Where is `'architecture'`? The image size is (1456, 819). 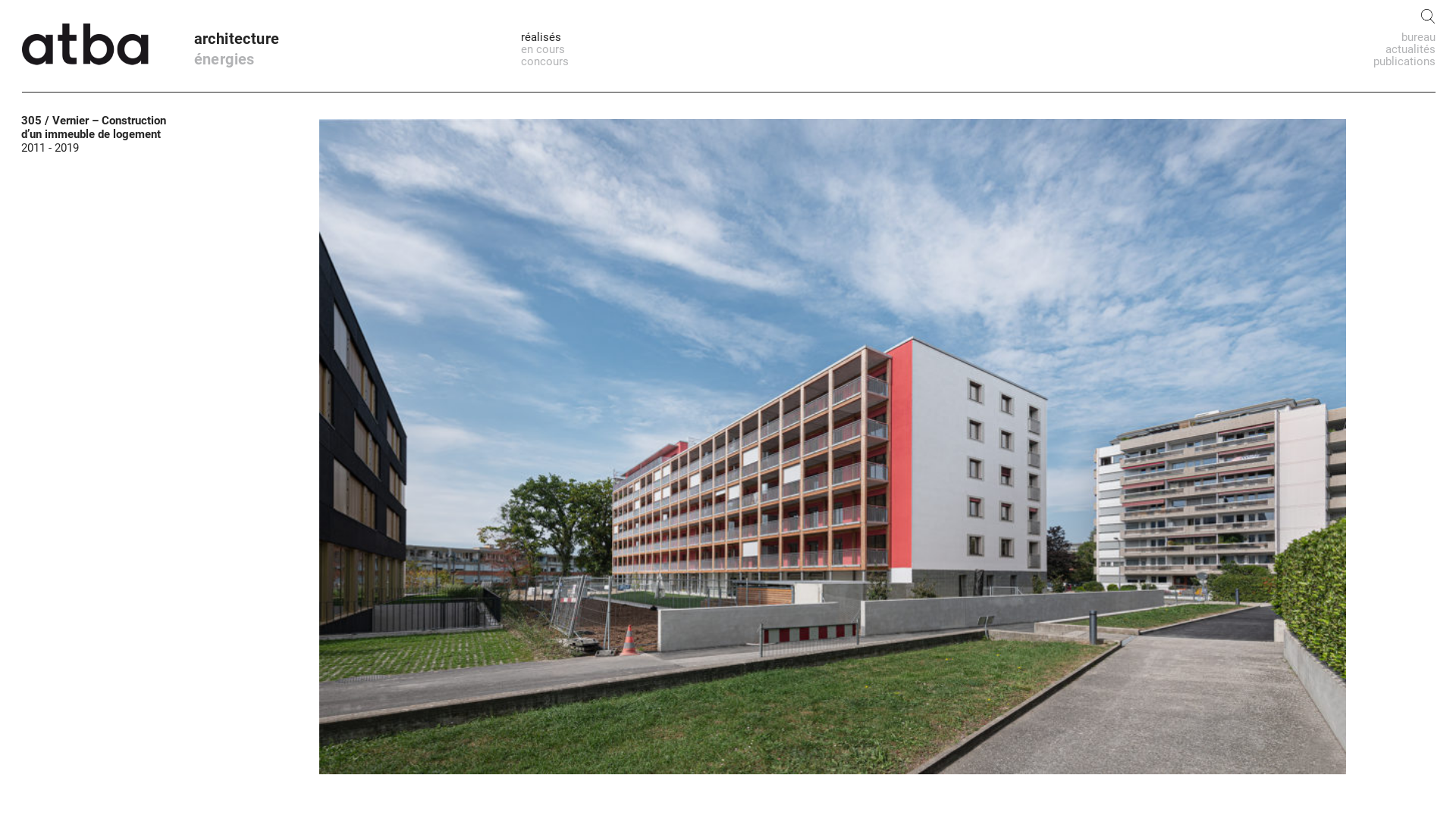 'architecture' is located at coordinates (193, 37).